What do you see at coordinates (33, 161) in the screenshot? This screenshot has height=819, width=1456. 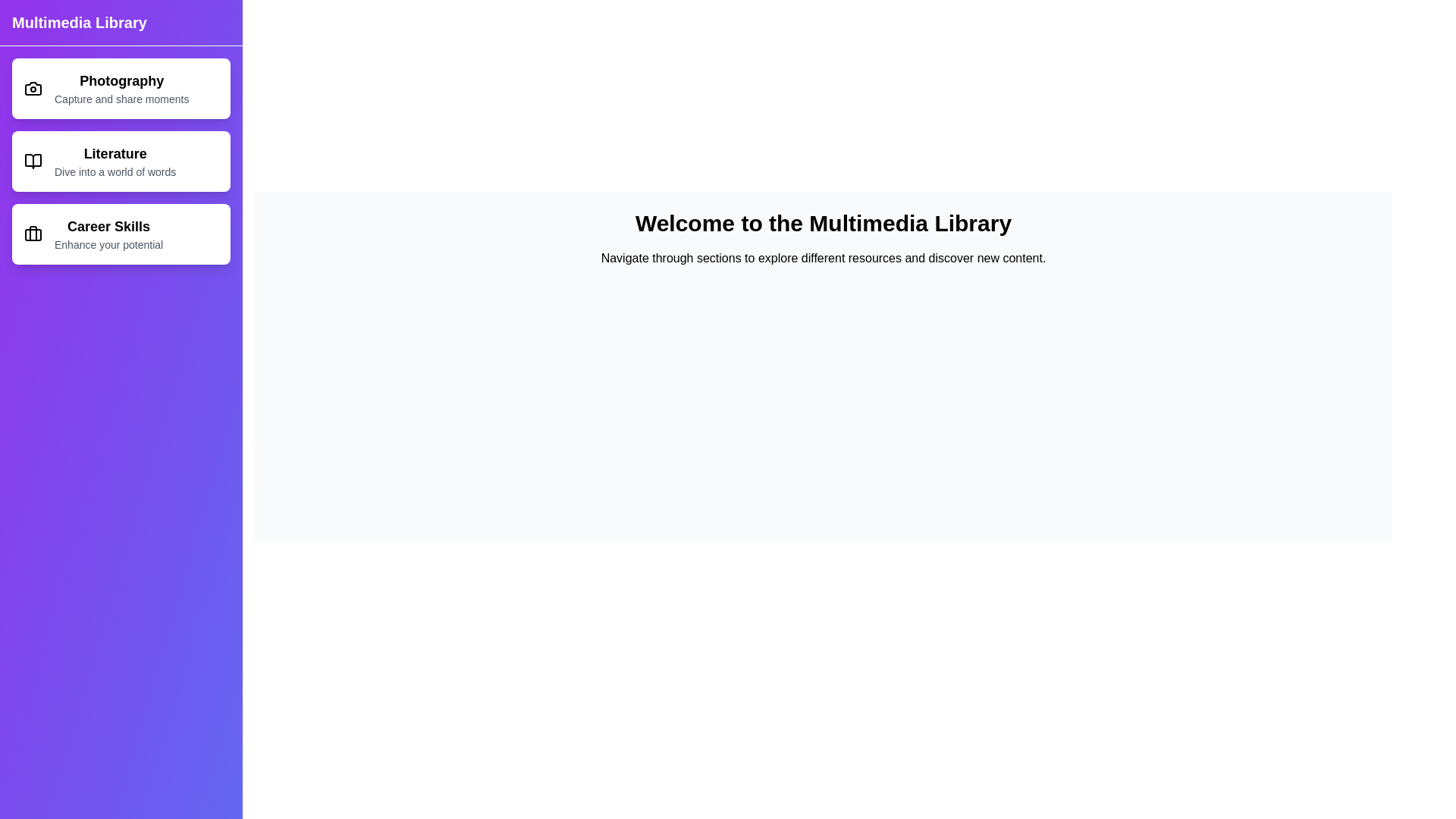 I see `the icon of the Literature section` at bounding box center [33, 161].